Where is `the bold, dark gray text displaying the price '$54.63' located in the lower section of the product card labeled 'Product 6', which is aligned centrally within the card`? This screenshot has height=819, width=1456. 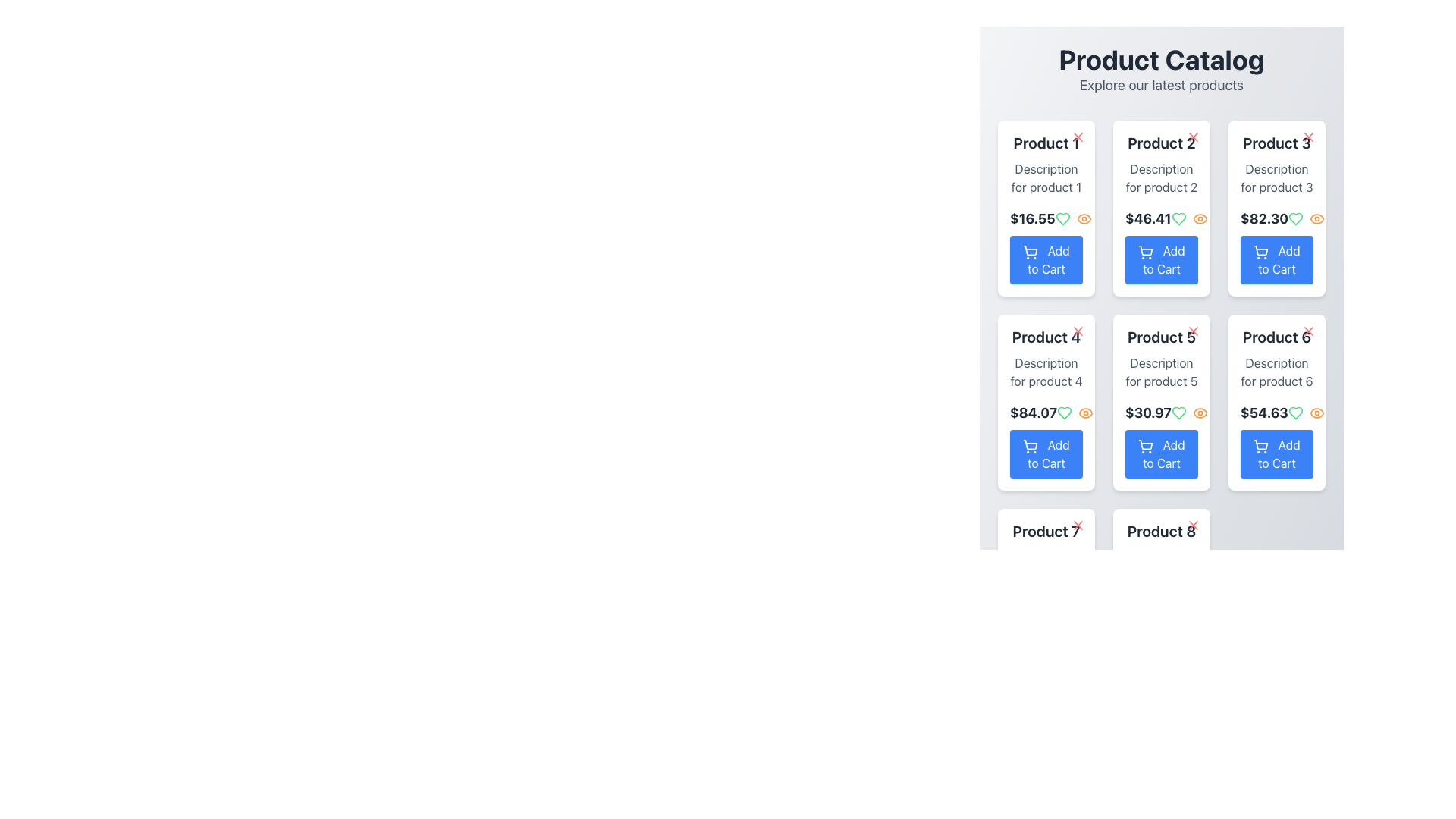
the bold, dark gray text displaying the price '$54.63' located in the lower section of the product card labeled 'Product 6', which is aligned centrally within the card is located at coordinates (1264, 413).